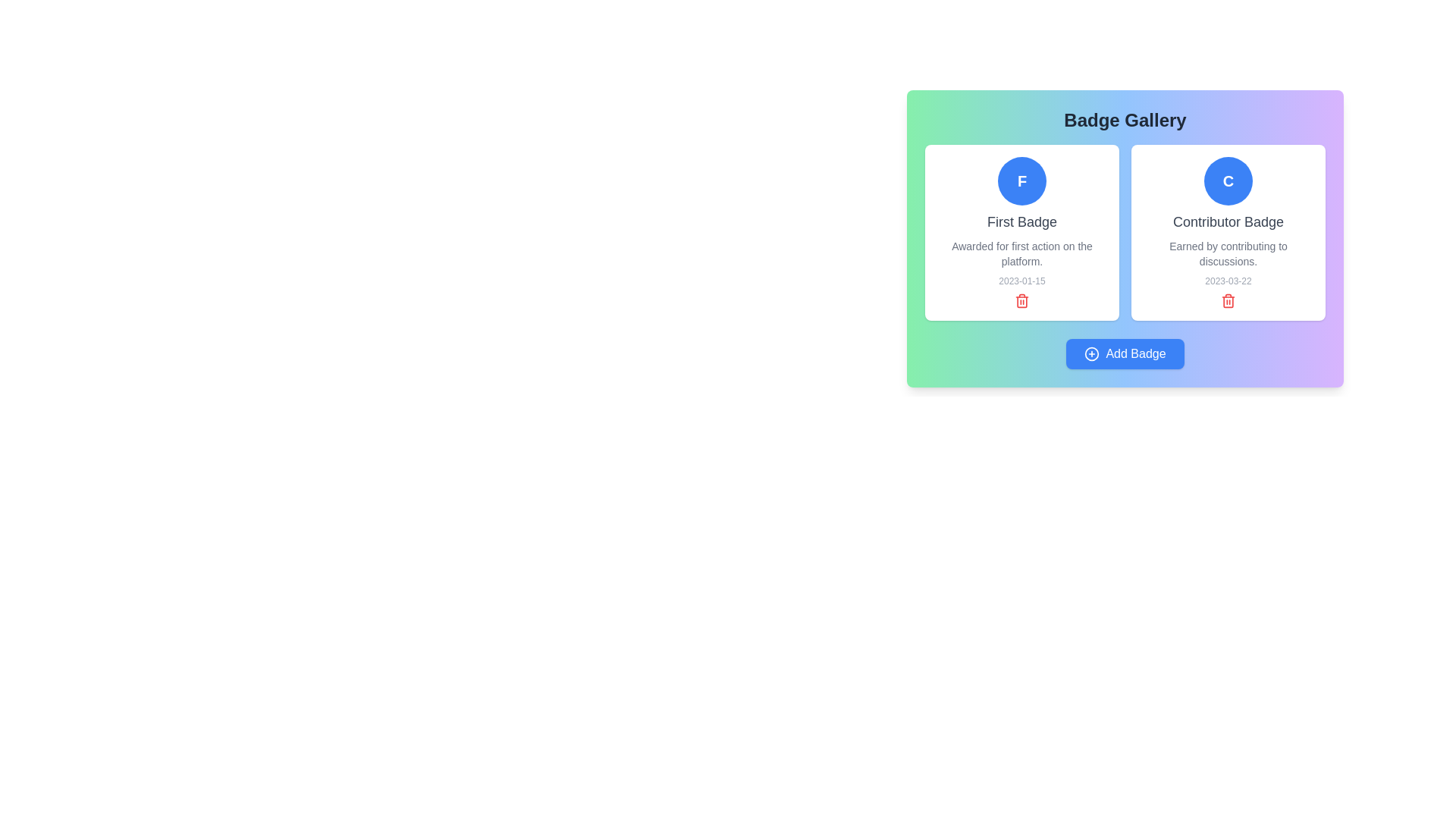 This screenshot has width=1456, height=819. I want to click on the Decorative SVG Circle that serves as part of the 'Add Badge' button's design, located at the center of the button, so click(1092, 353).